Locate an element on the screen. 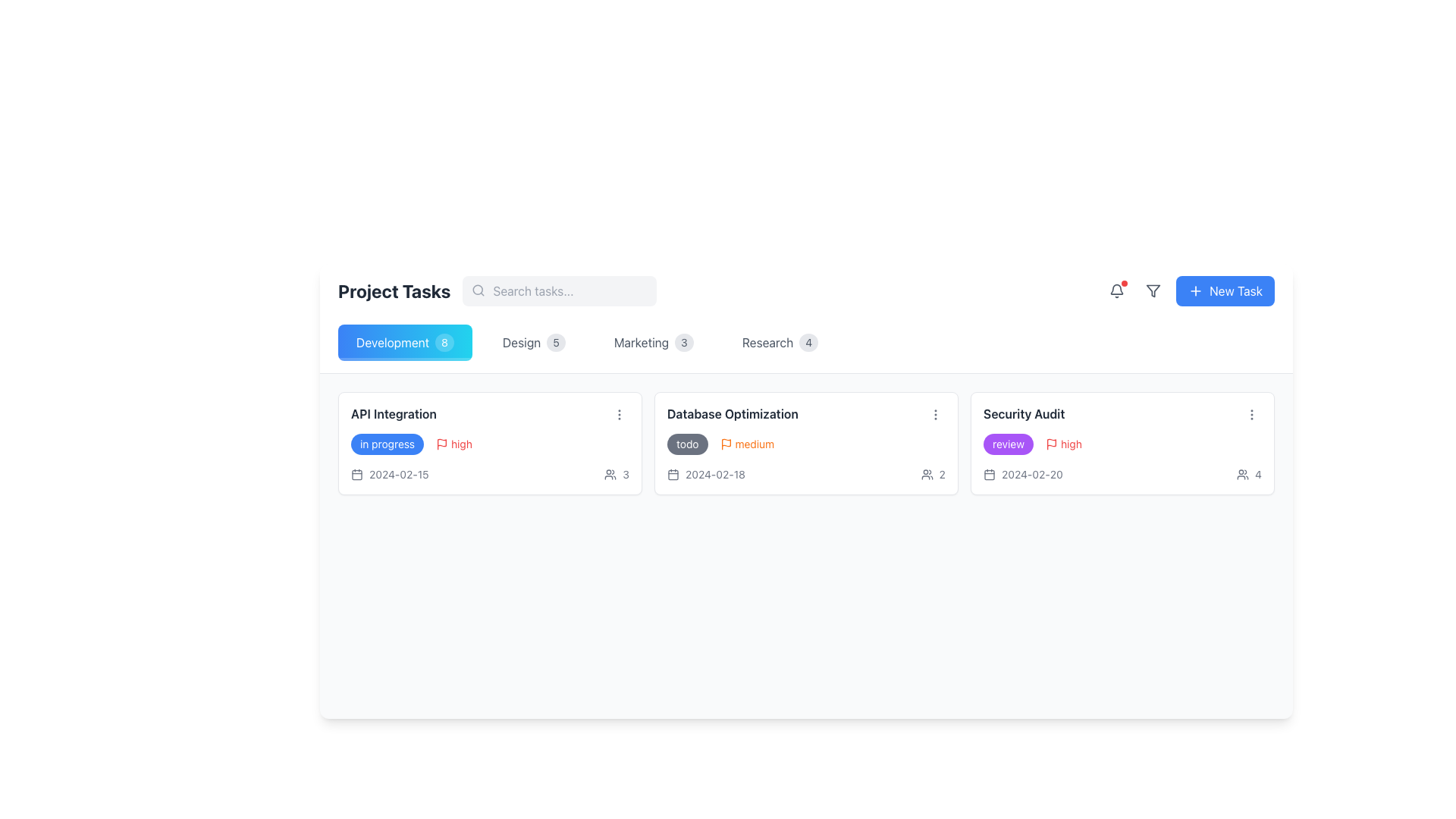 The width and height of the screenshot is (1456, 819). the priority flag icon located to the left of the 'high' text label in the 'Security Audit' entry of the task list is located at coordinates (1051, 444).